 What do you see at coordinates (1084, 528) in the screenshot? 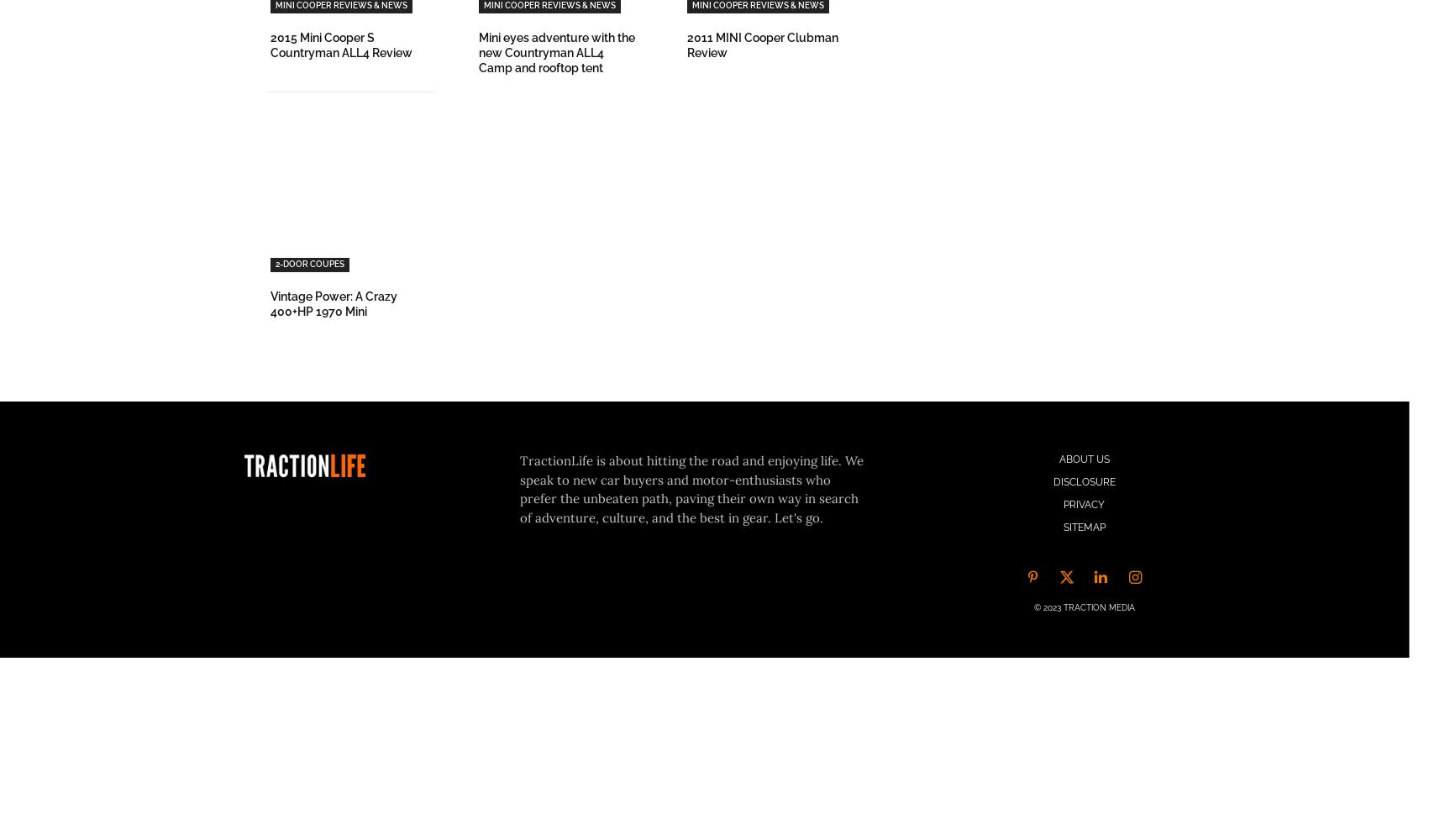
I see `'Sitemap'` at bounding box center [1084, 528].